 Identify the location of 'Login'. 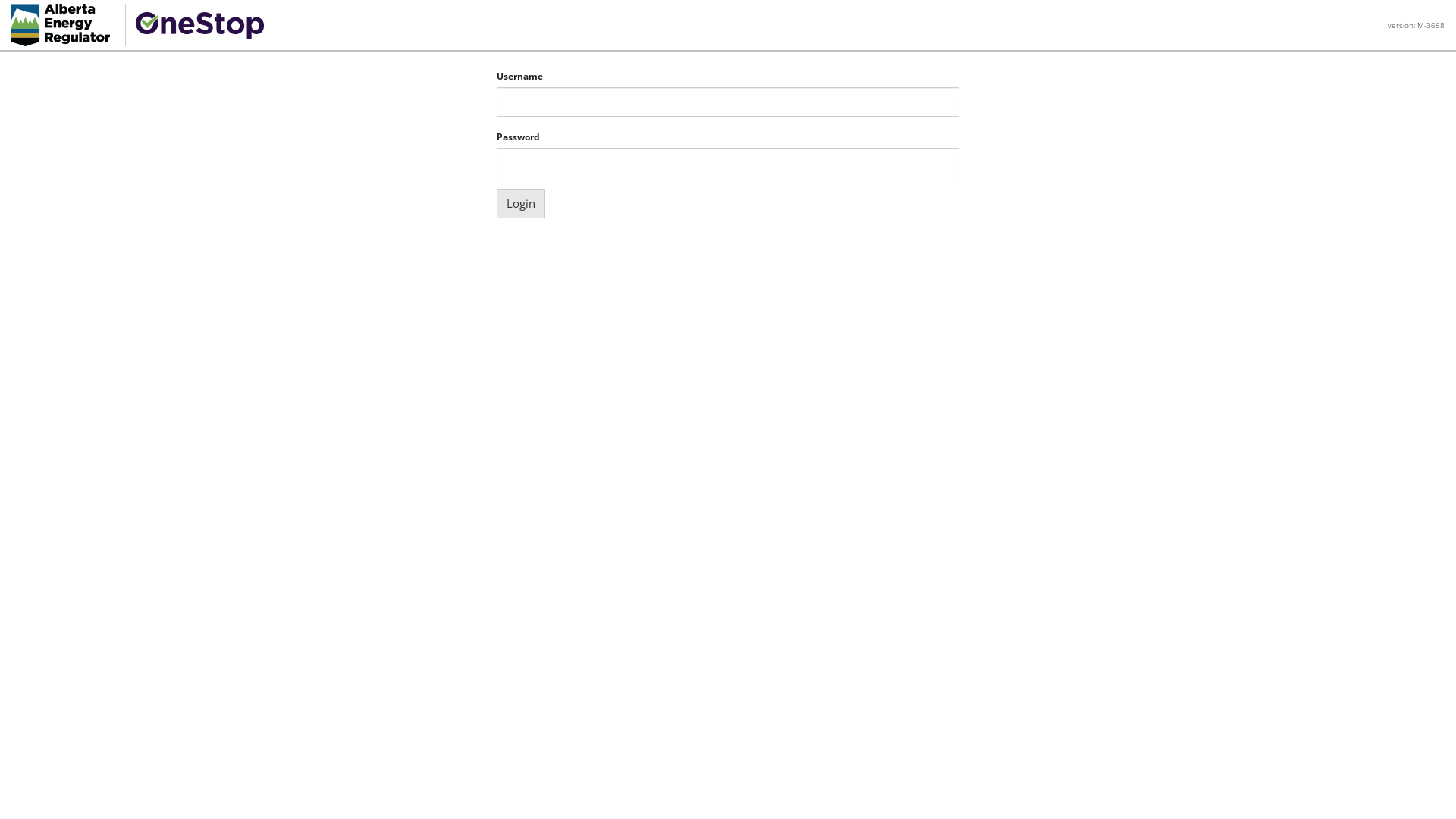
(496, 202).